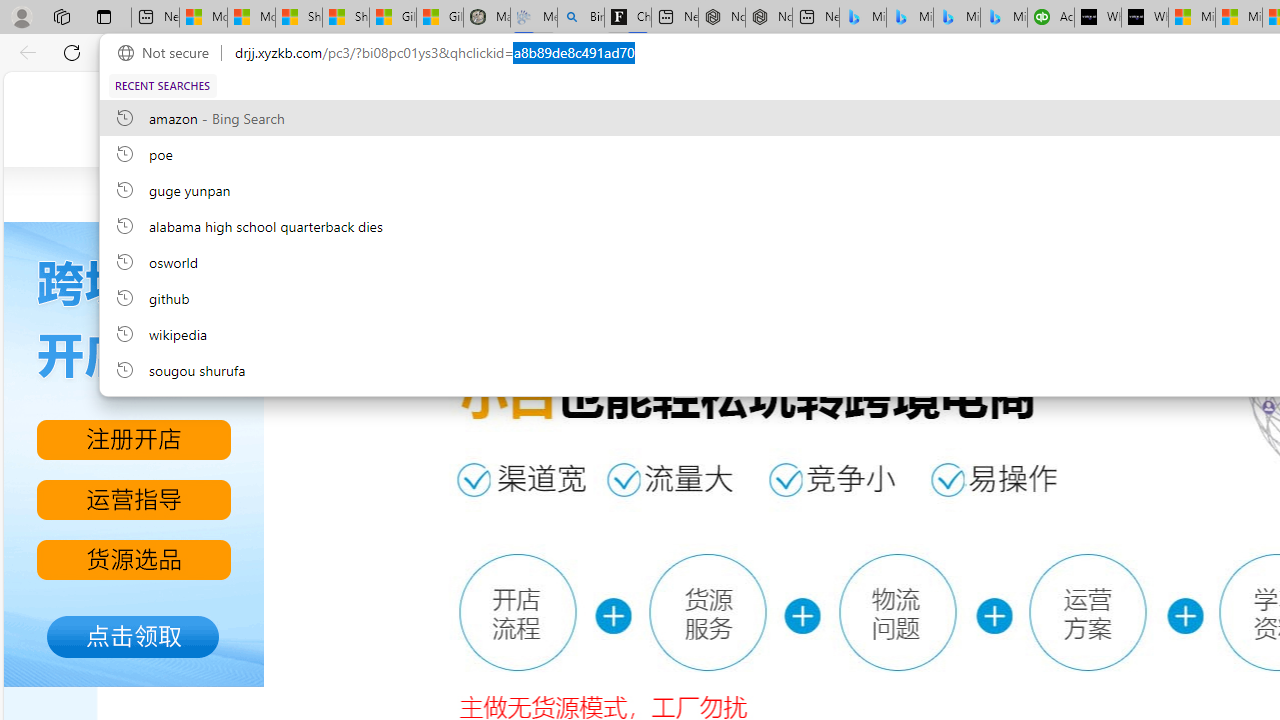 Image resolution: width=1280 pixels, height=720 pixels. Describe the element at coordinates (909, 17) in the screenshot. I see `'Microsoft Bing Travel - Stays in Bangkok, Bangkok, Thailand'` at that location.